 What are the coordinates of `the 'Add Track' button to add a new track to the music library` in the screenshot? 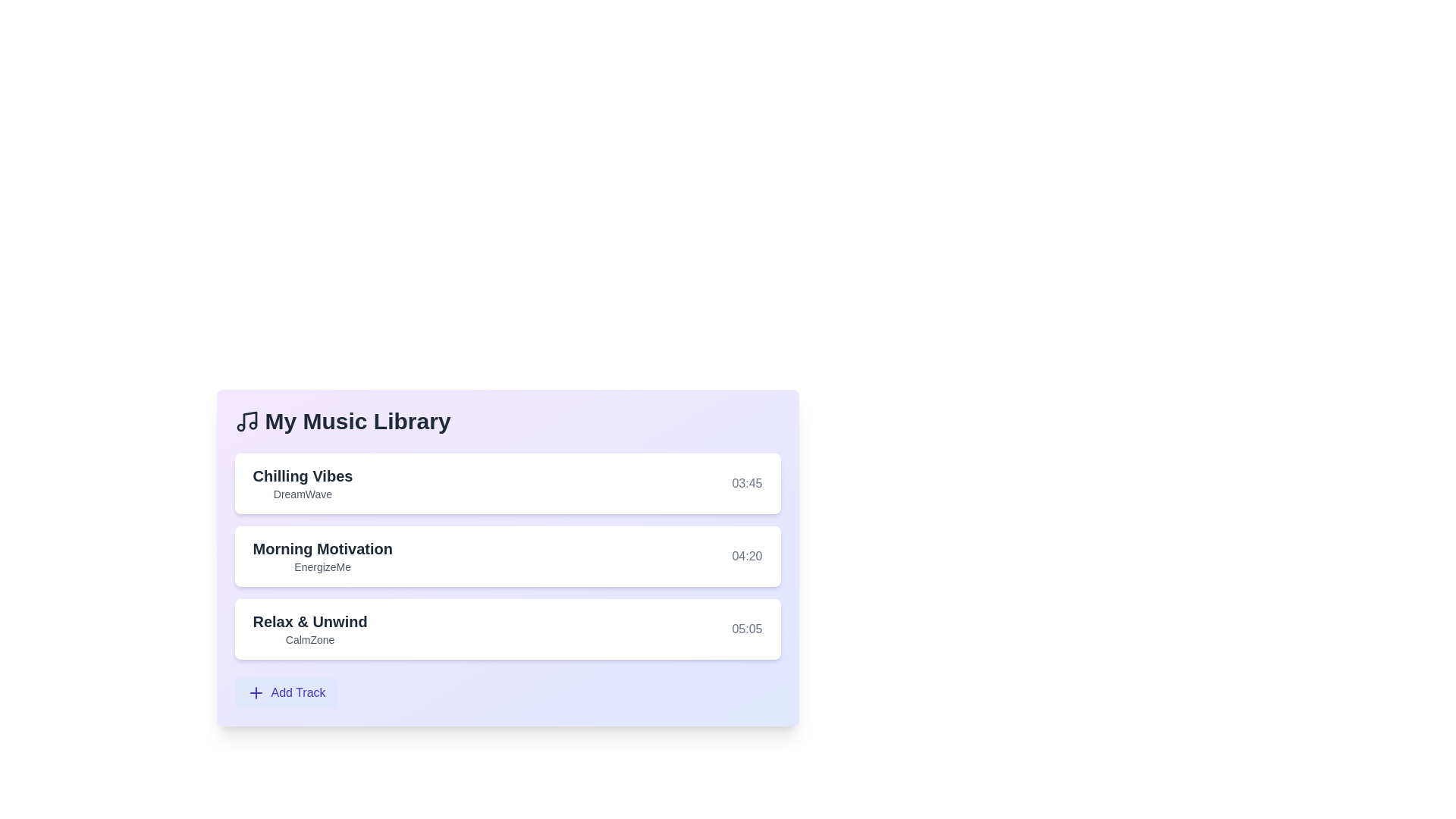 It's located at (286, 693).